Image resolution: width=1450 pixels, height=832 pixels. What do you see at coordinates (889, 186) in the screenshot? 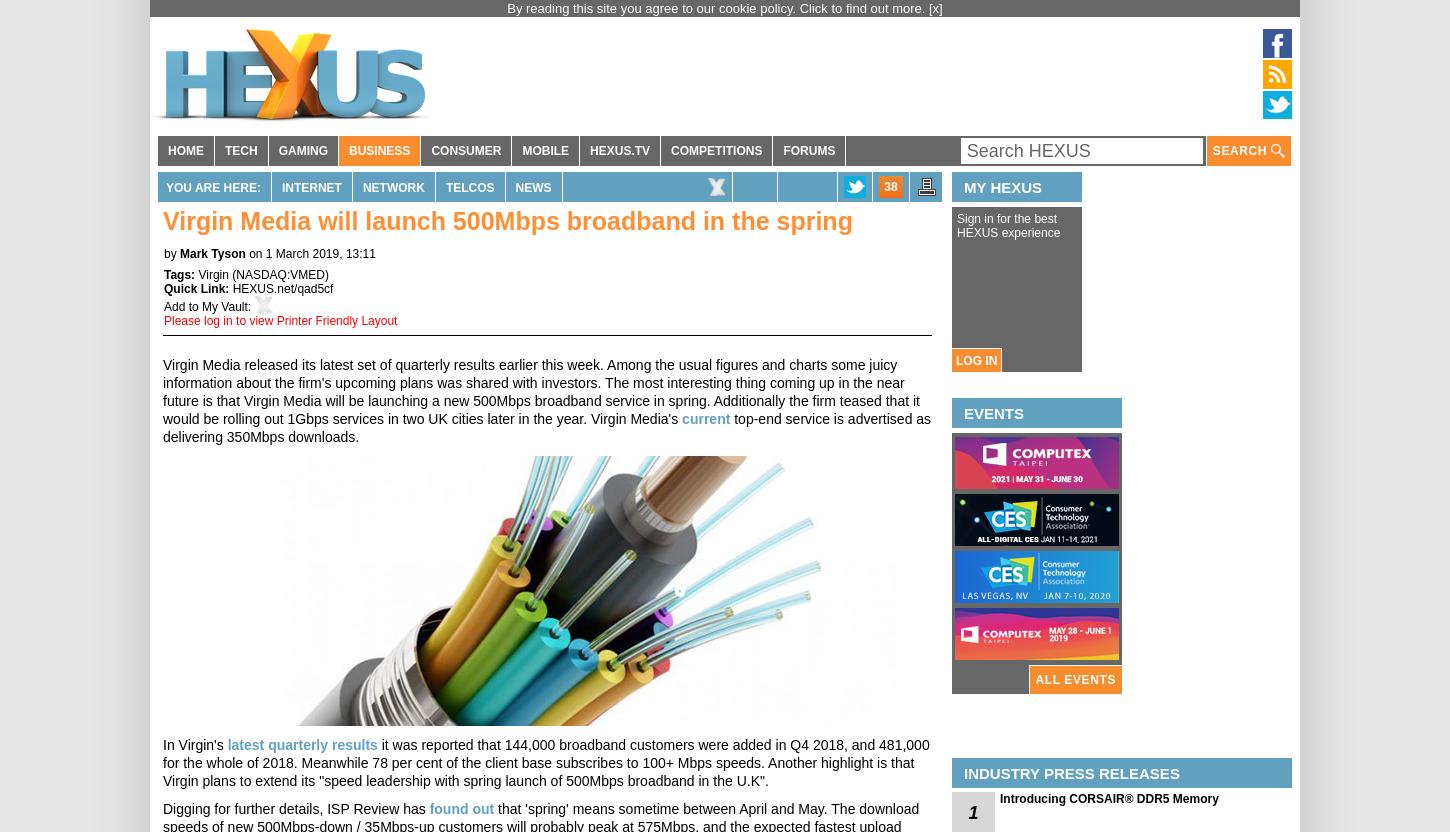
I see `'38'` at bounding box center [889, 186].